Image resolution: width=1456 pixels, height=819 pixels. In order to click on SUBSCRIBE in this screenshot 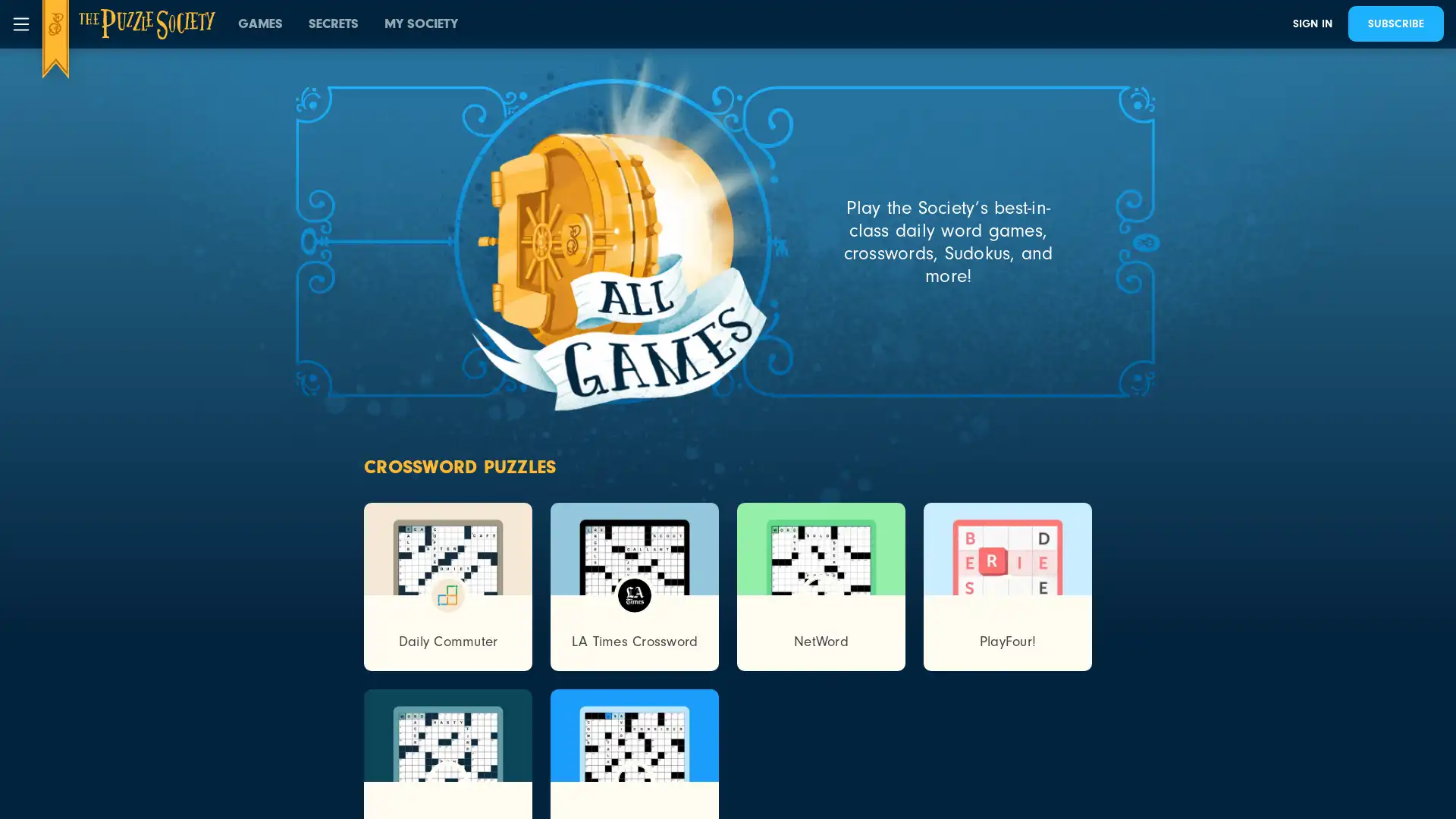, I will do `click(1395, 24)`.